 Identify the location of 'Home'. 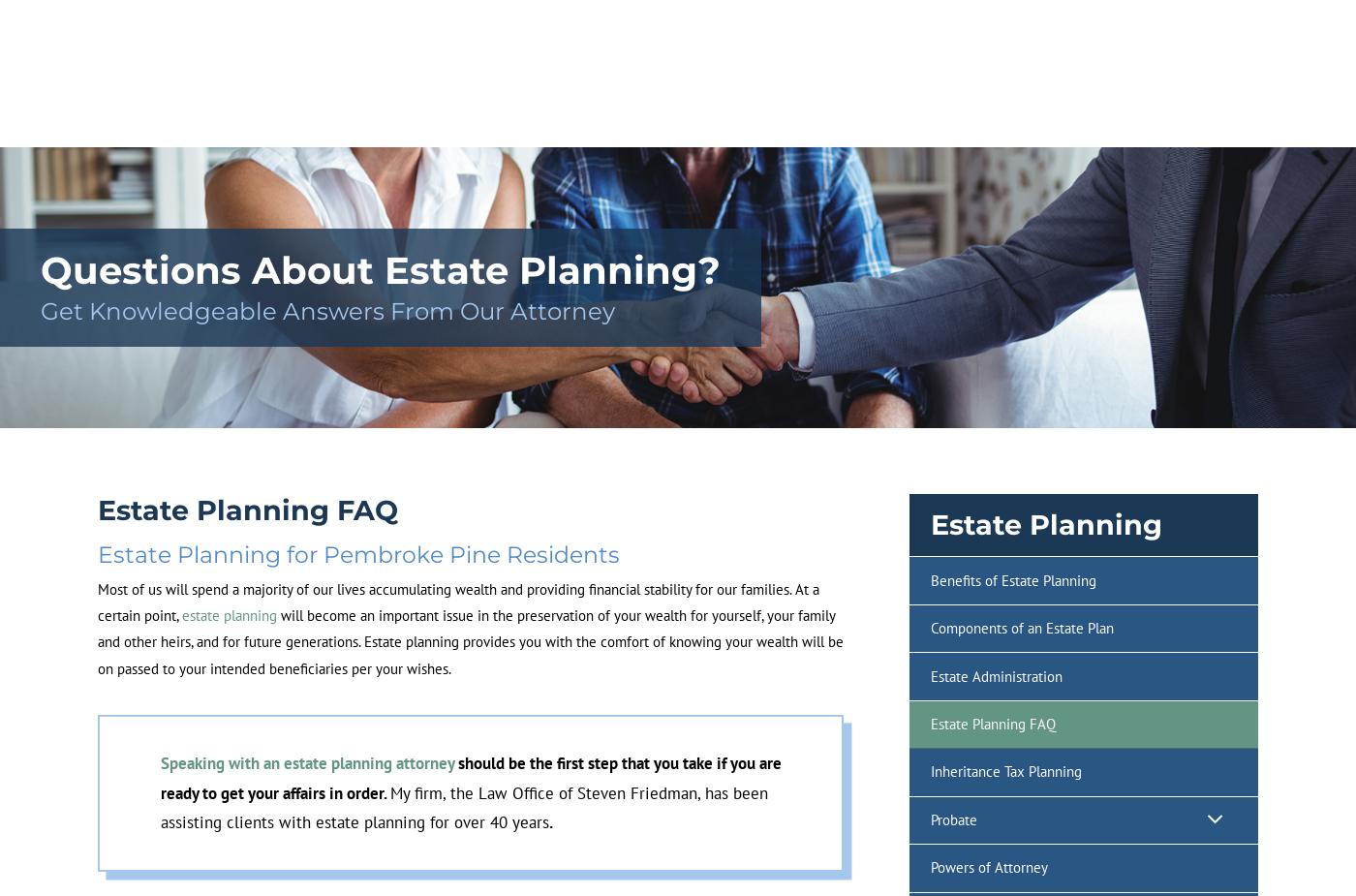
(153, 130).